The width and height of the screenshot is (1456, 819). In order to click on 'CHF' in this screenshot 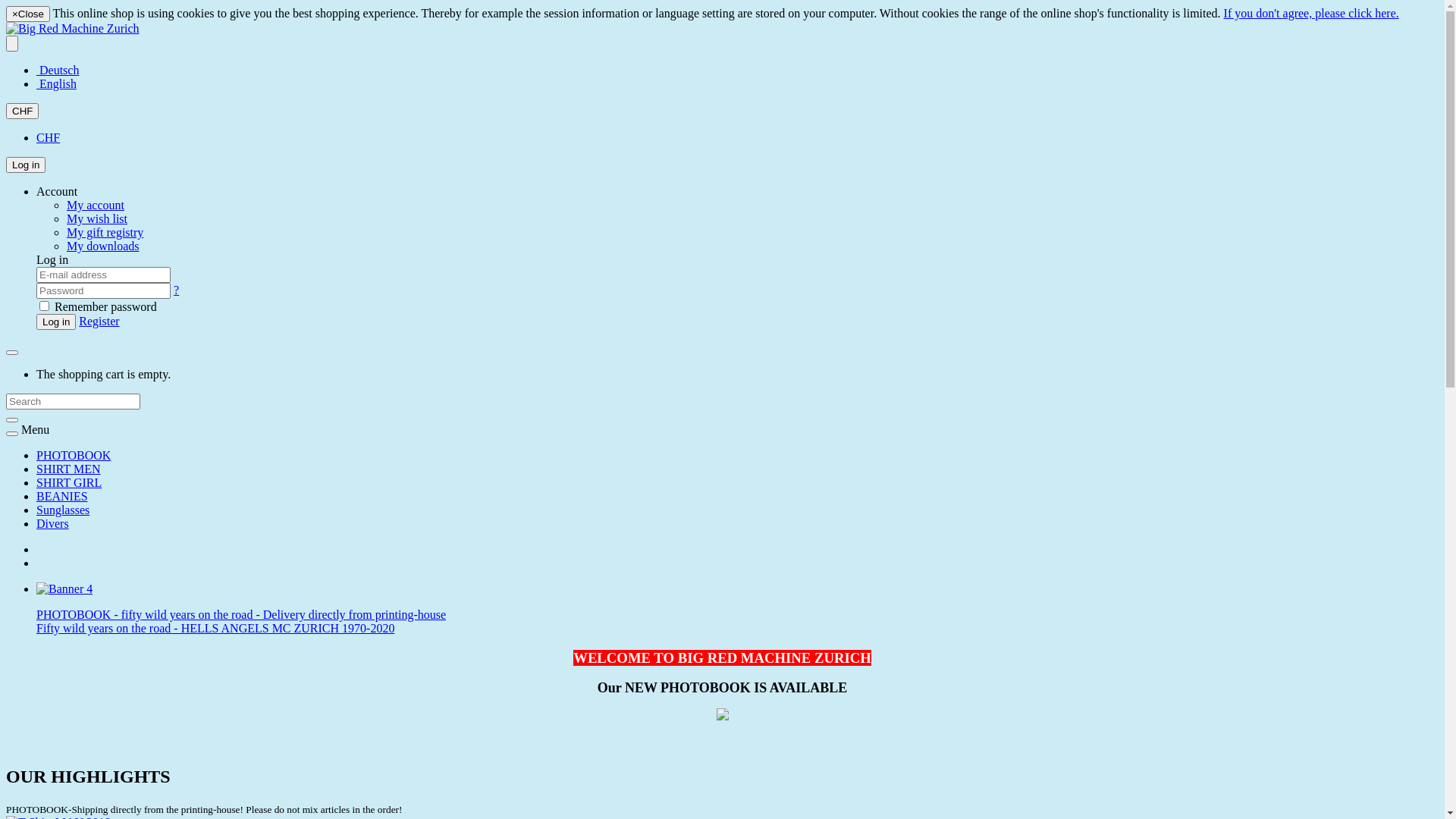, I will do `click(48, 137)`.